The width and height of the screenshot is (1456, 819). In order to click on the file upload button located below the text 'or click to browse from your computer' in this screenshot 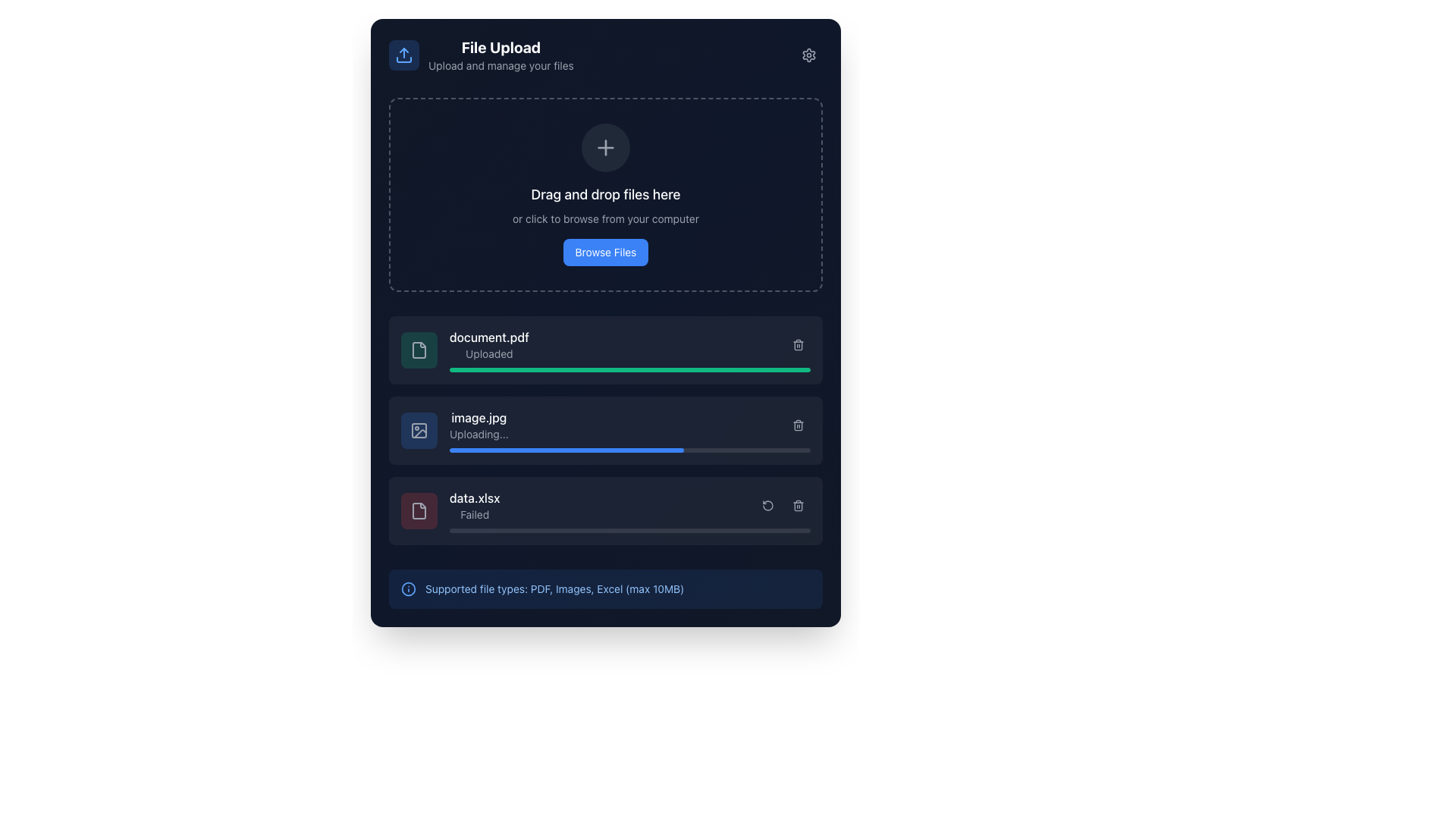, I will do `click(604, 251)`.